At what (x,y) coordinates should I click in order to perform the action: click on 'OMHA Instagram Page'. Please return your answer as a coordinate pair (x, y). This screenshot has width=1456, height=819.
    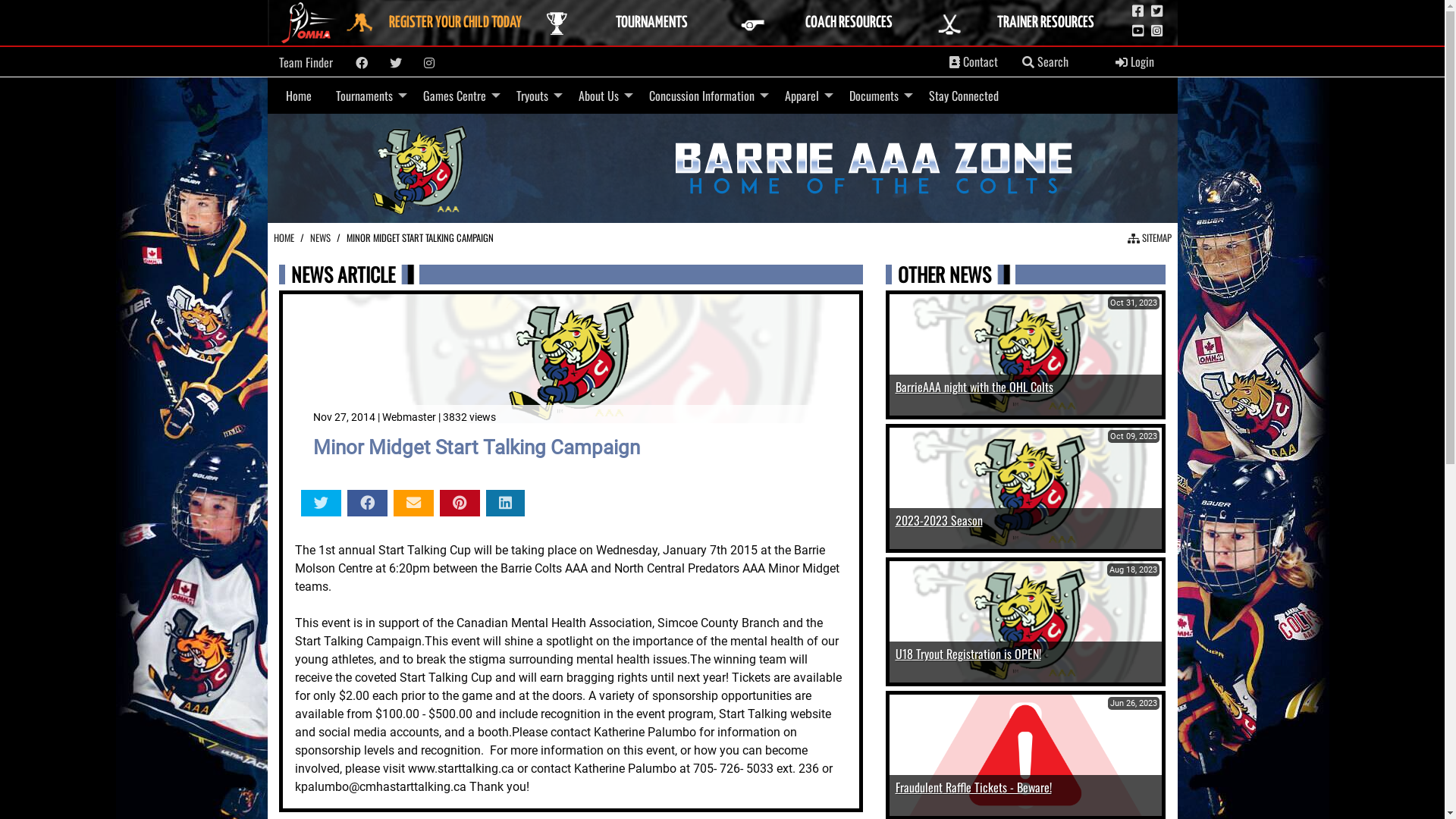
    Looking at the image, I should click on (1150, 31).